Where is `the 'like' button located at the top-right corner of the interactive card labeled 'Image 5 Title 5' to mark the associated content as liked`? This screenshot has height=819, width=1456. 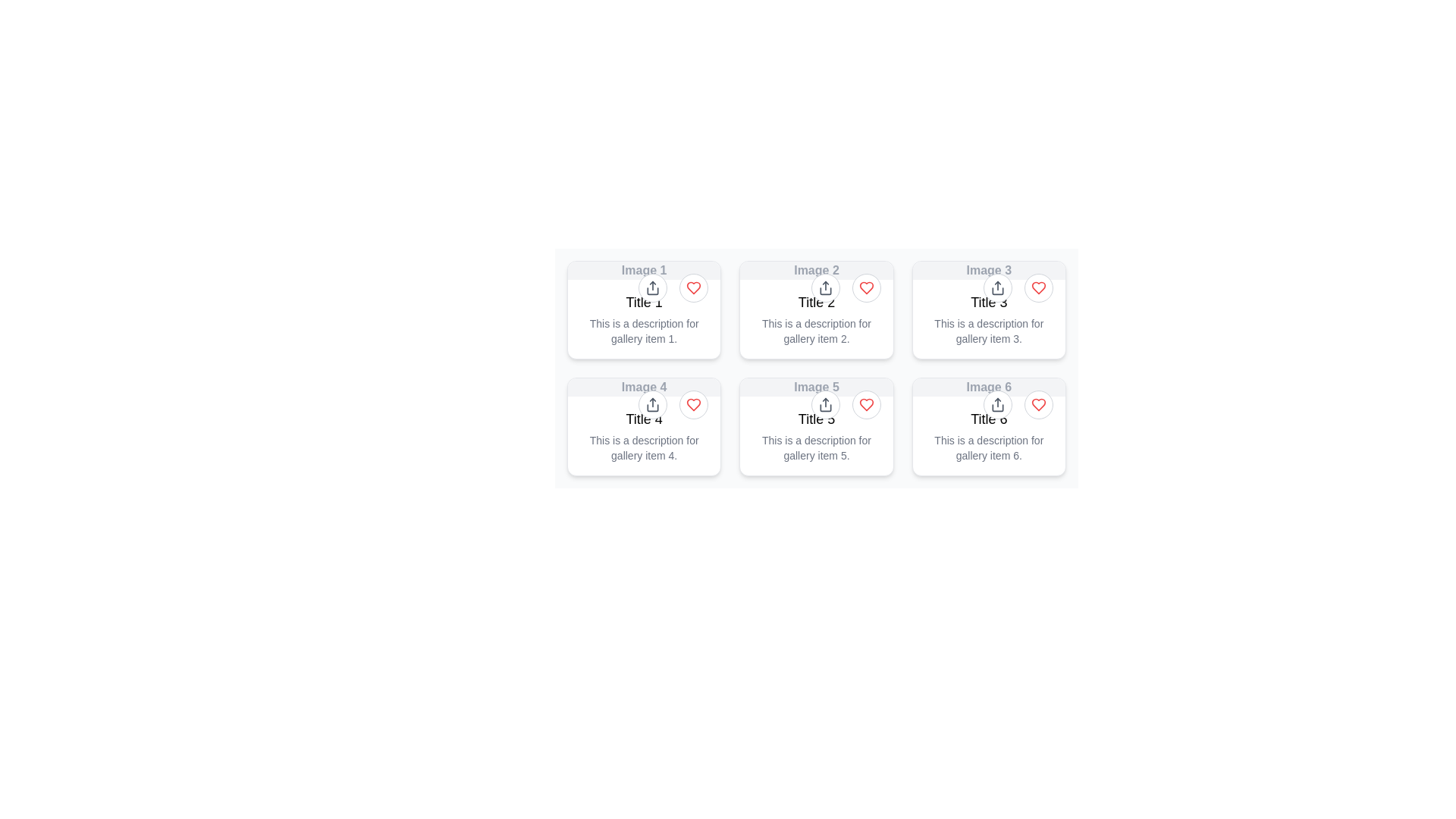
the 'like' button located at the top-right corner of the interactive card labeled 'Image 5 Title 5' to mark the associated content as liked is located at coordinates (866, 403).